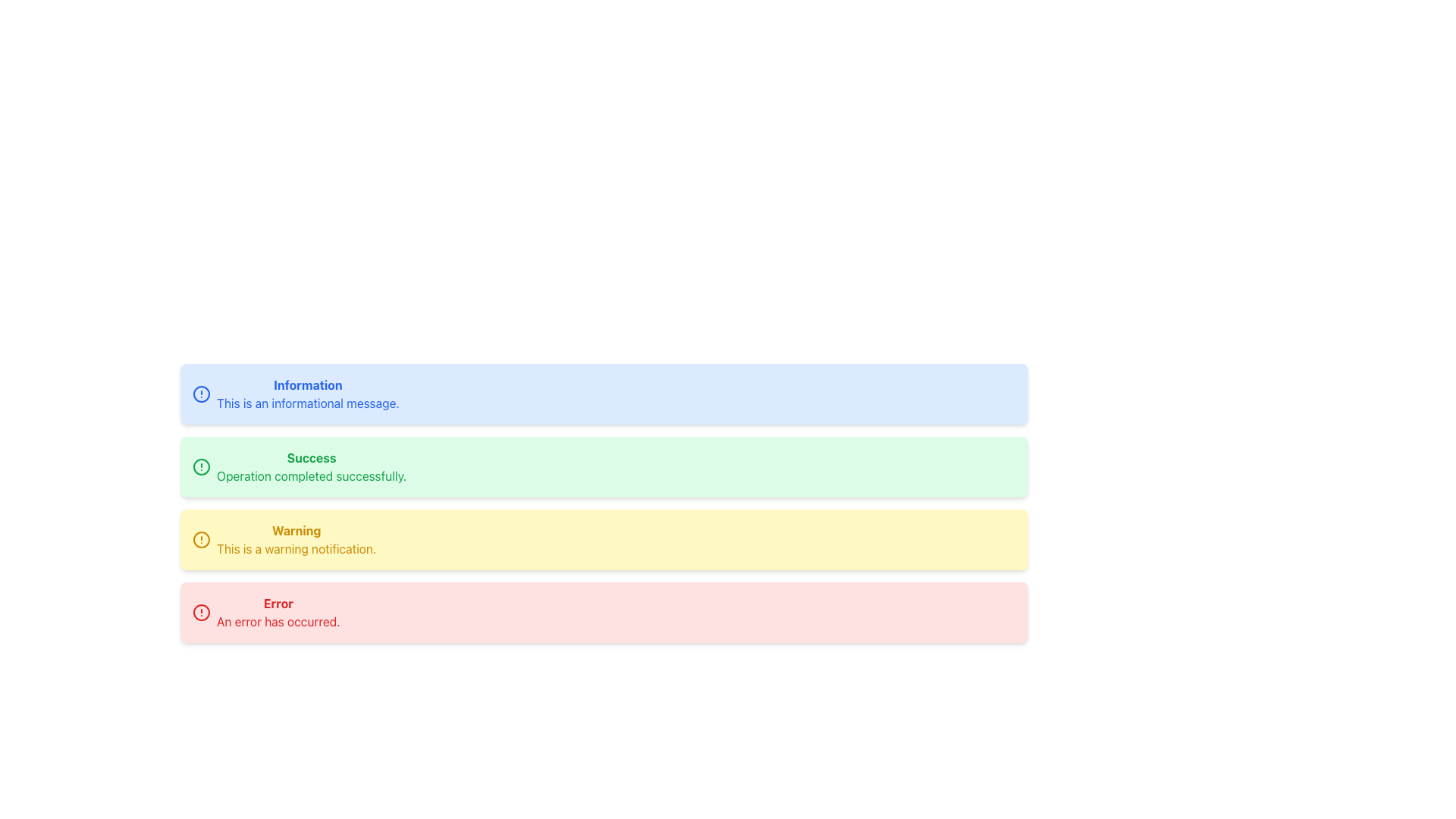 The image size is (1456, 819). What do you see at coordinates (278, 611) in the screenshot?
I see `error message displayed in the fourth notification box with a red background located at the bottom of the alert stack` at bounding box center [278, 611].